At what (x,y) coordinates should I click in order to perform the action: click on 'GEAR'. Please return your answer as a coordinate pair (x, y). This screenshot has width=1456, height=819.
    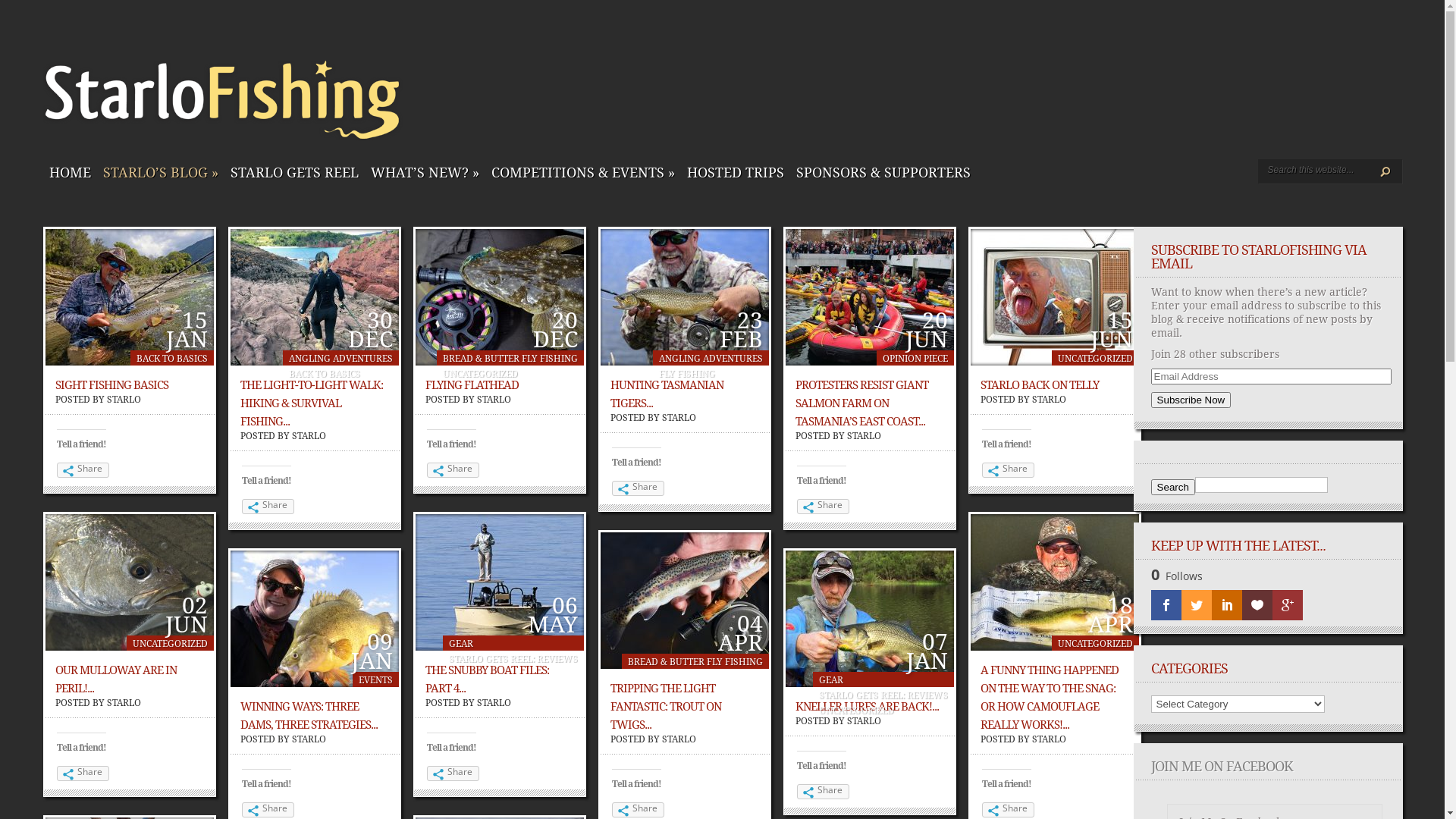
    Looking at the image, I should click on (447, 643).